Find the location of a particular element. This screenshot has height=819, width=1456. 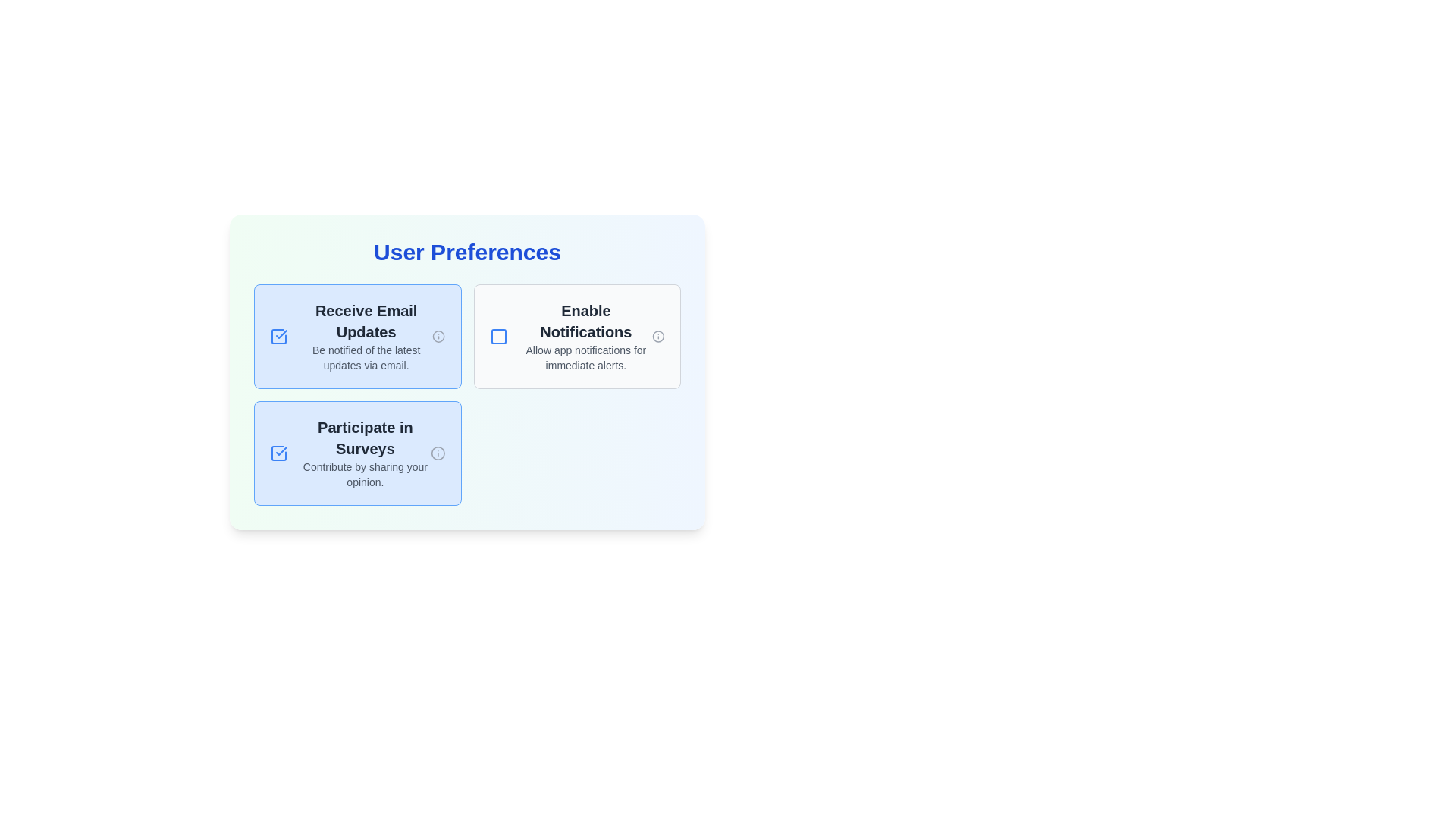

the explanatory label for the email updates preference option located in the top-left corner of the user preferences grid is located at coordinates (366, 335).